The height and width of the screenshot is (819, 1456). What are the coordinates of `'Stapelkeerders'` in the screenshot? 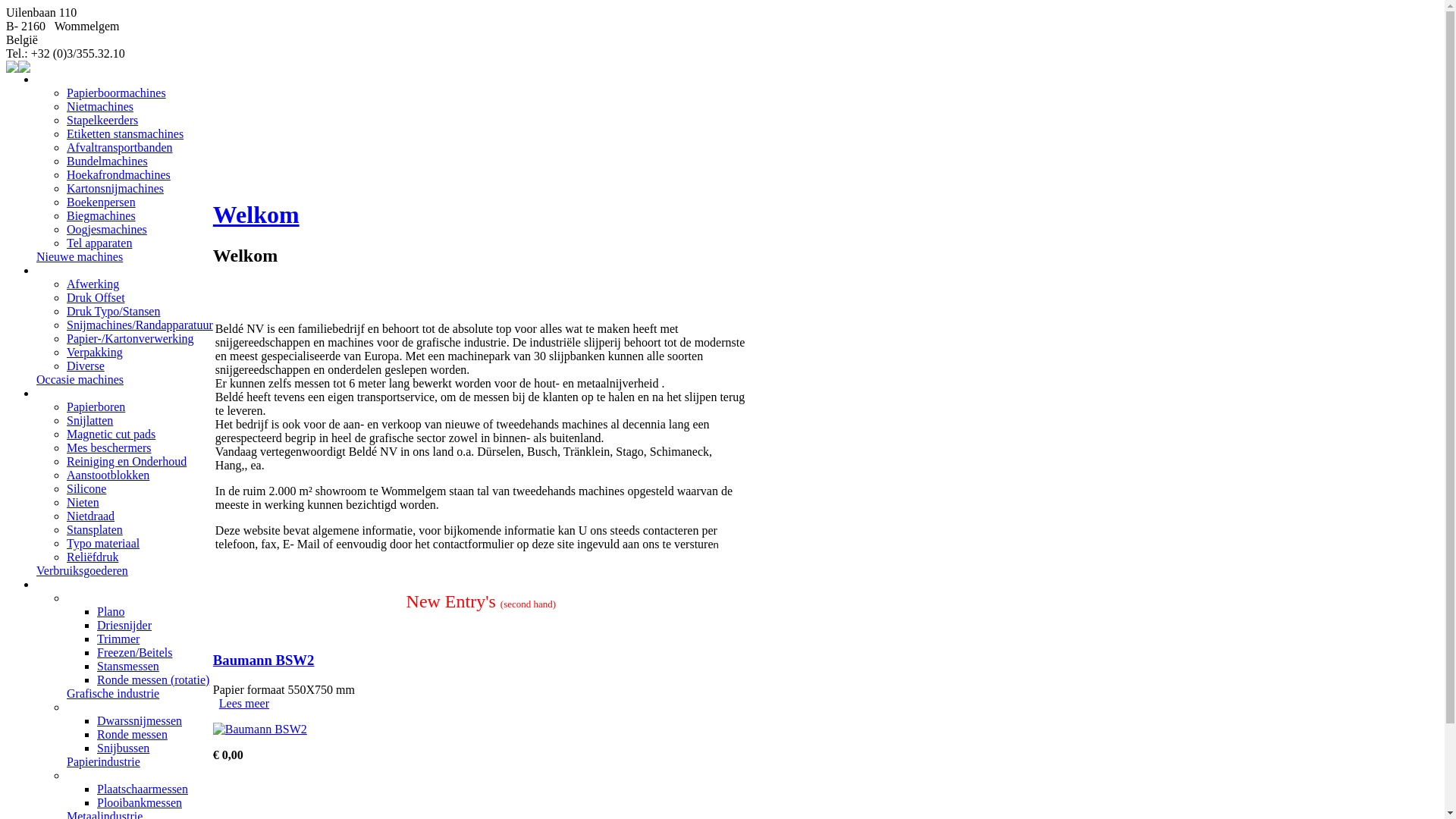 It's located at (101, 119).